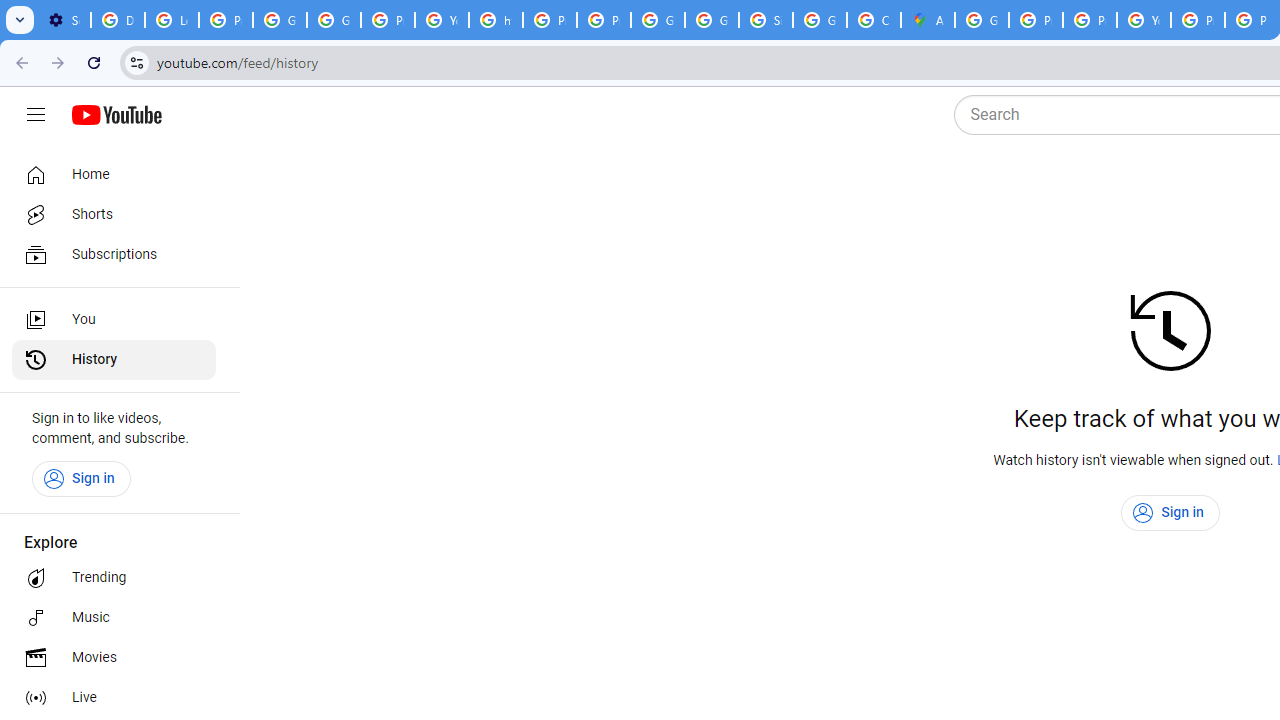 The height and width of the screenshot is (720, 1280). I want to click on 'Delete photos & videos - Computer - Google Photos Help', so click(116, 20).